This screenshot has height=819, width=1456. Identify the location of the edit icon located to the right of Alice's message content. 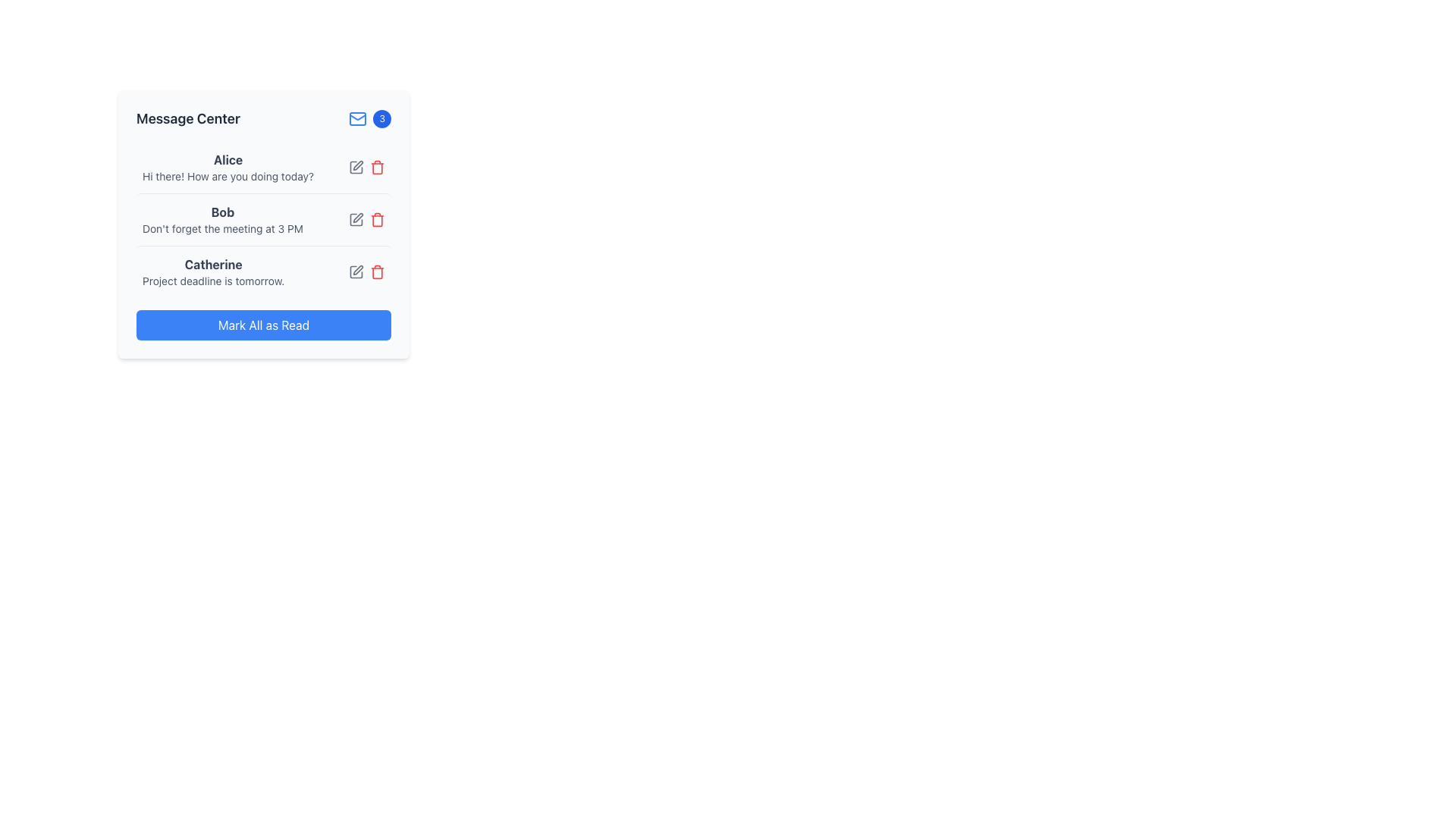
(356, 167).